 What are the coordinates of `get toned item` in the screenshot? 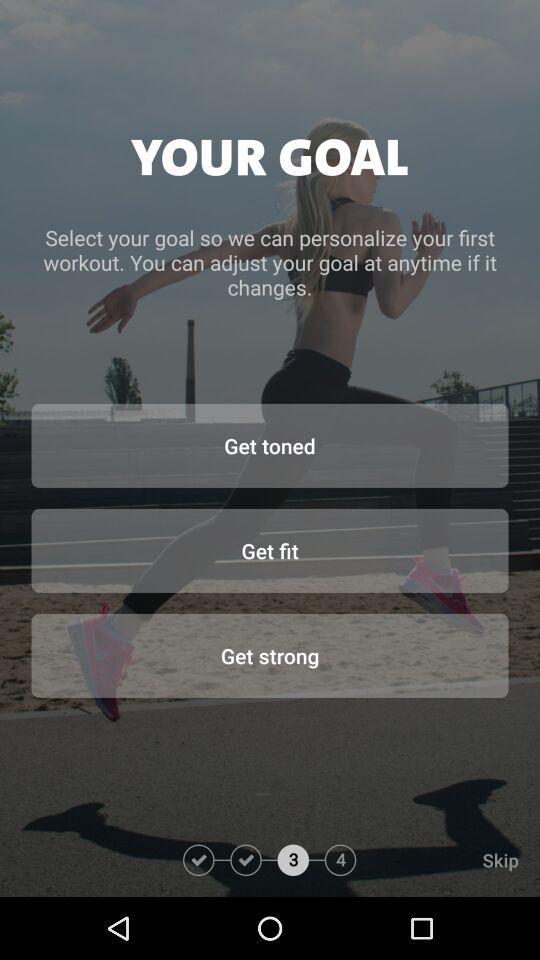 It's located at (270, 445).